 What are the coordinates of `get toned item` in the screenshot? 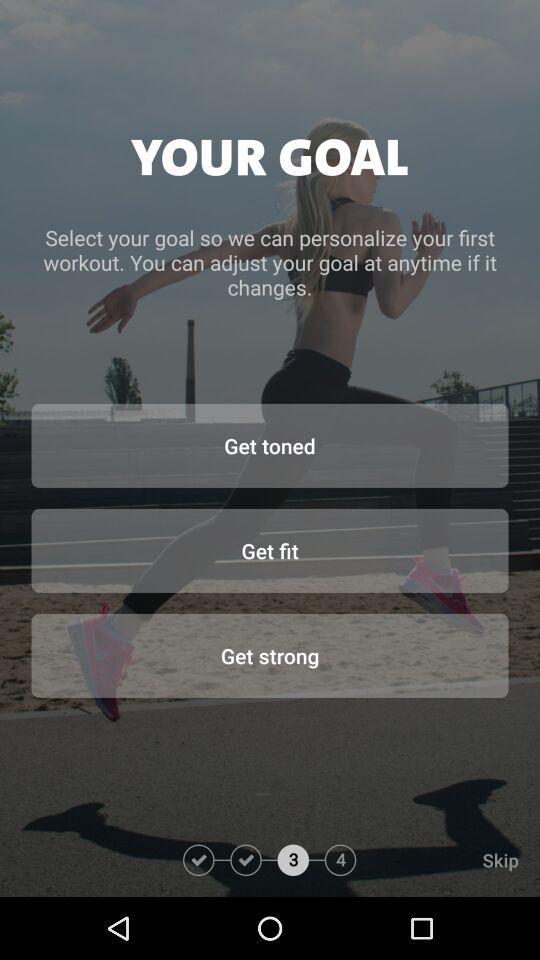 It's located at (270, 445).